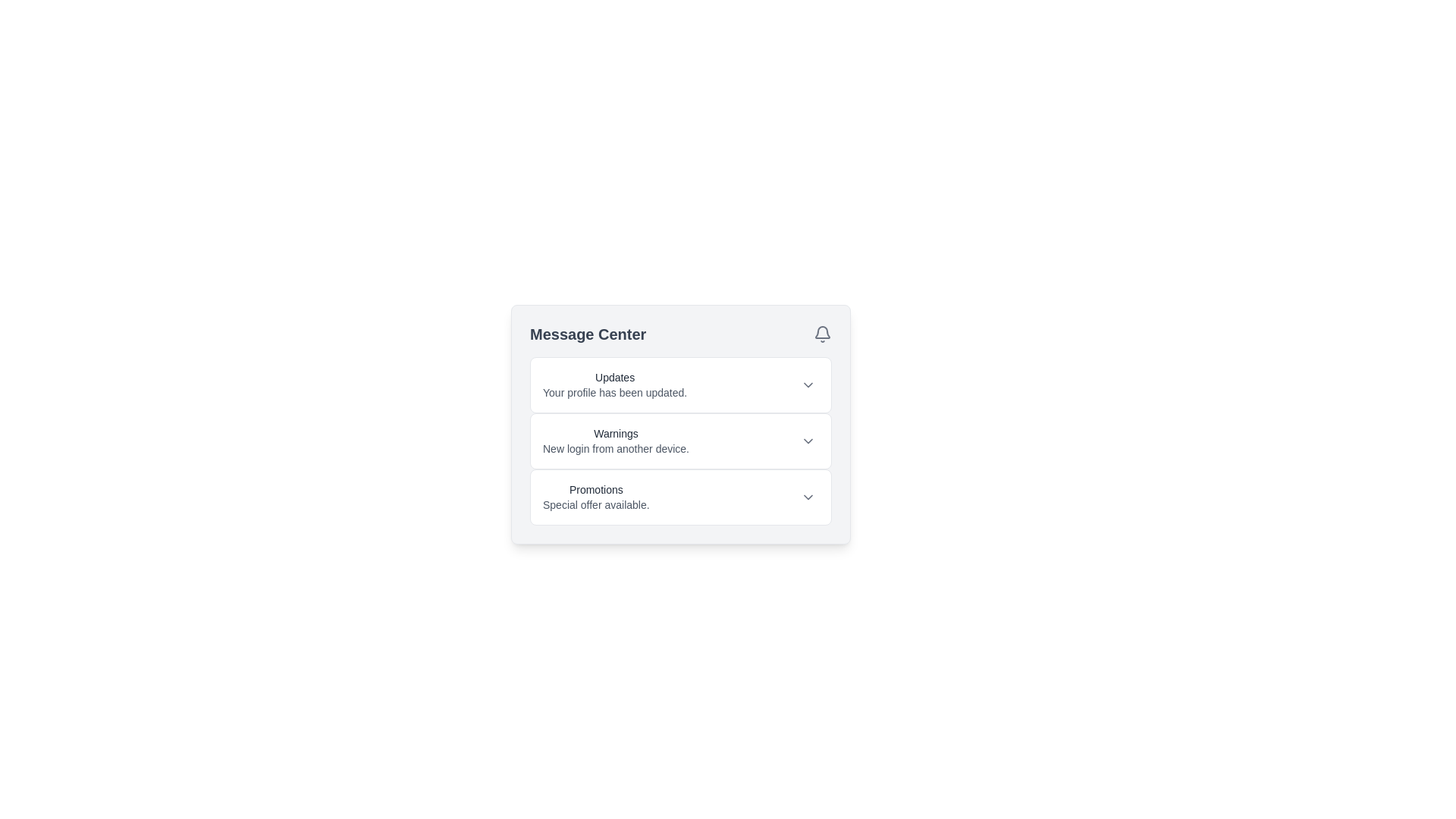 This screenshot has height=819, width=1456. What do you see at coordinates (679, 384) in the screenshot?
I see `the 'Updates' collapsible section header located at the top of the Message Center, which contains a bold title and a chevron icon` at bounding box center [679, 384].